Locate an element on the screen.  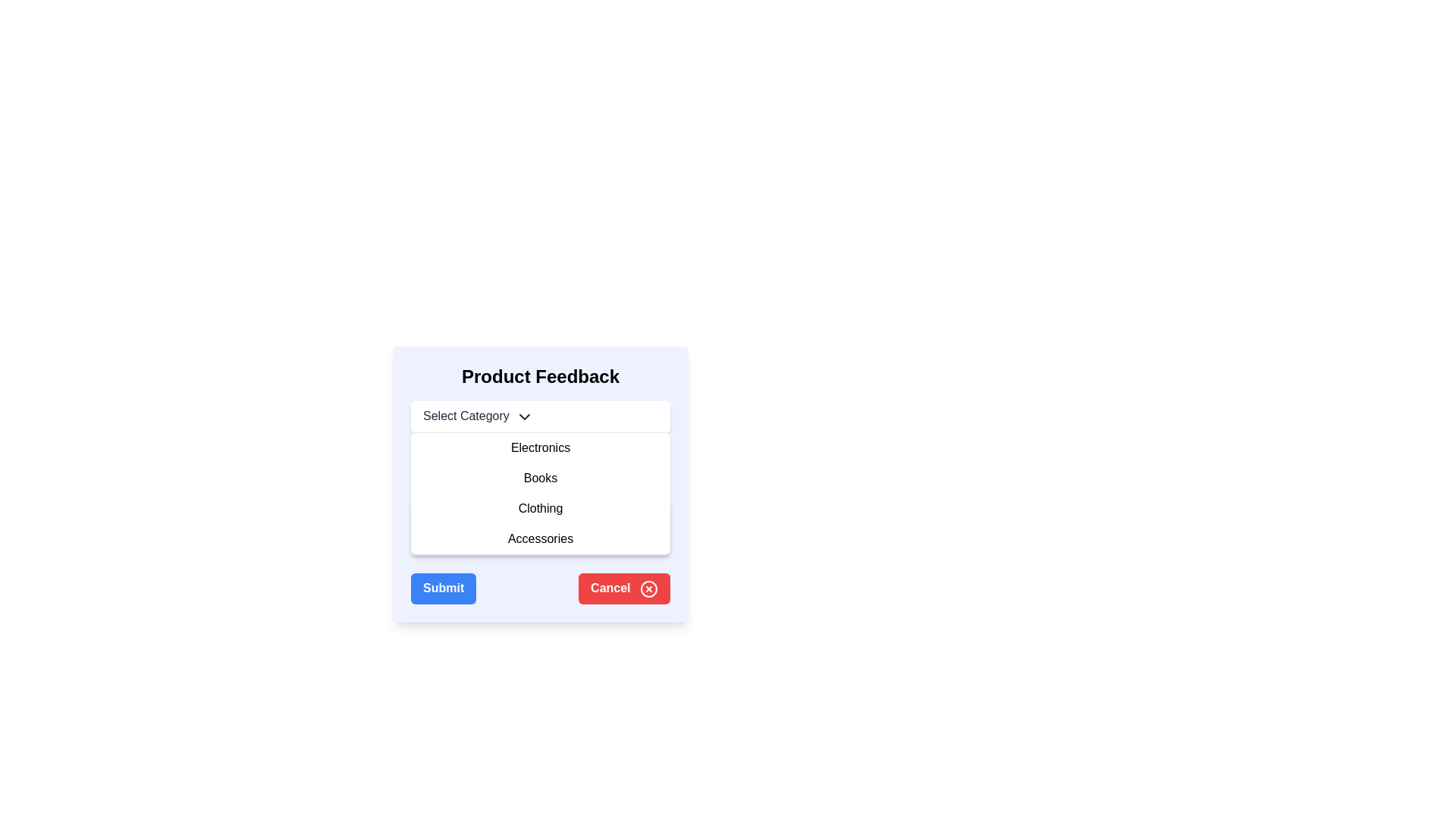
the 'Clothing' category in the dropdown menu to visualize the hover effect is located at coordinates (541, 508).